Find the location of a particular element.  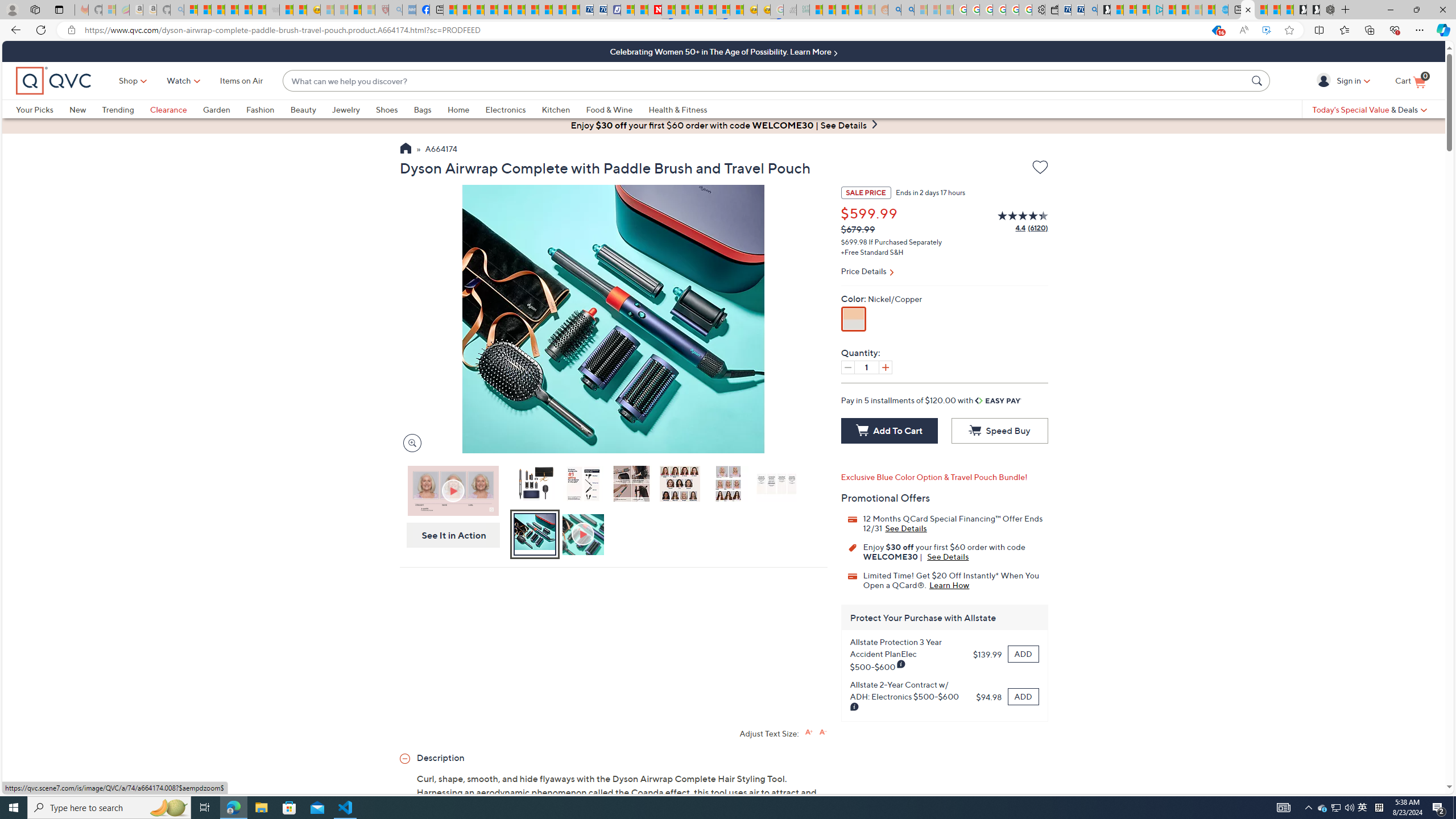

'Sign in' is located at coordinates (1325, 80).